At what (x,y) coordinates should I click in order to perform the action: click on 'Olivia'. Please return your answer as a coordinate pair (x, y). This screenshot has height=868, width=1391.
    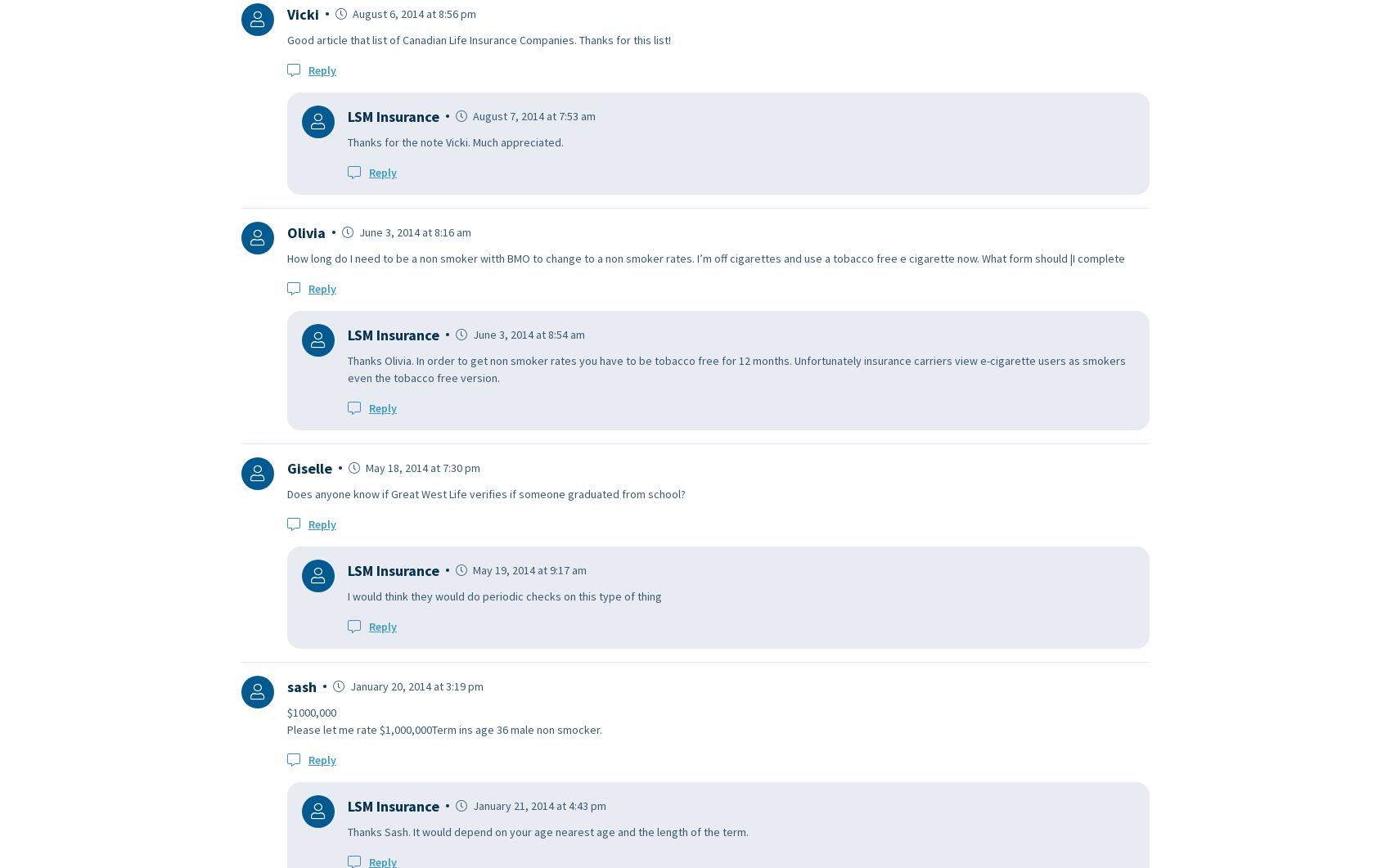
    Looking at the image, I should click on (305, 231).